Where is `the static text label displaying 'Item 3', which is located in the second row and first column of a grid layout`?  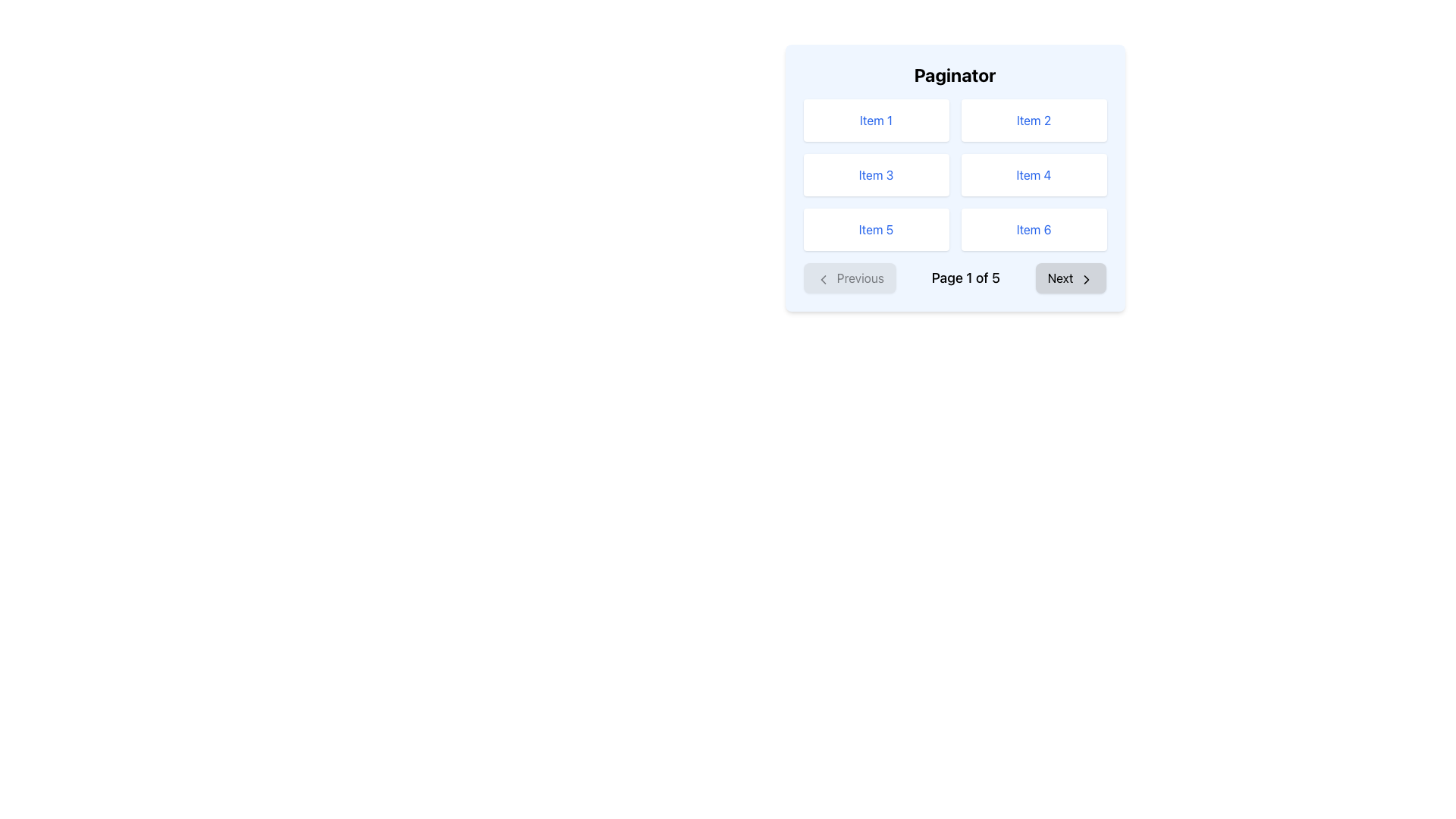 the static text label displaying 'Item 3', which is located in the second row and first column of a grid layout is located at coordinates (876, 174).